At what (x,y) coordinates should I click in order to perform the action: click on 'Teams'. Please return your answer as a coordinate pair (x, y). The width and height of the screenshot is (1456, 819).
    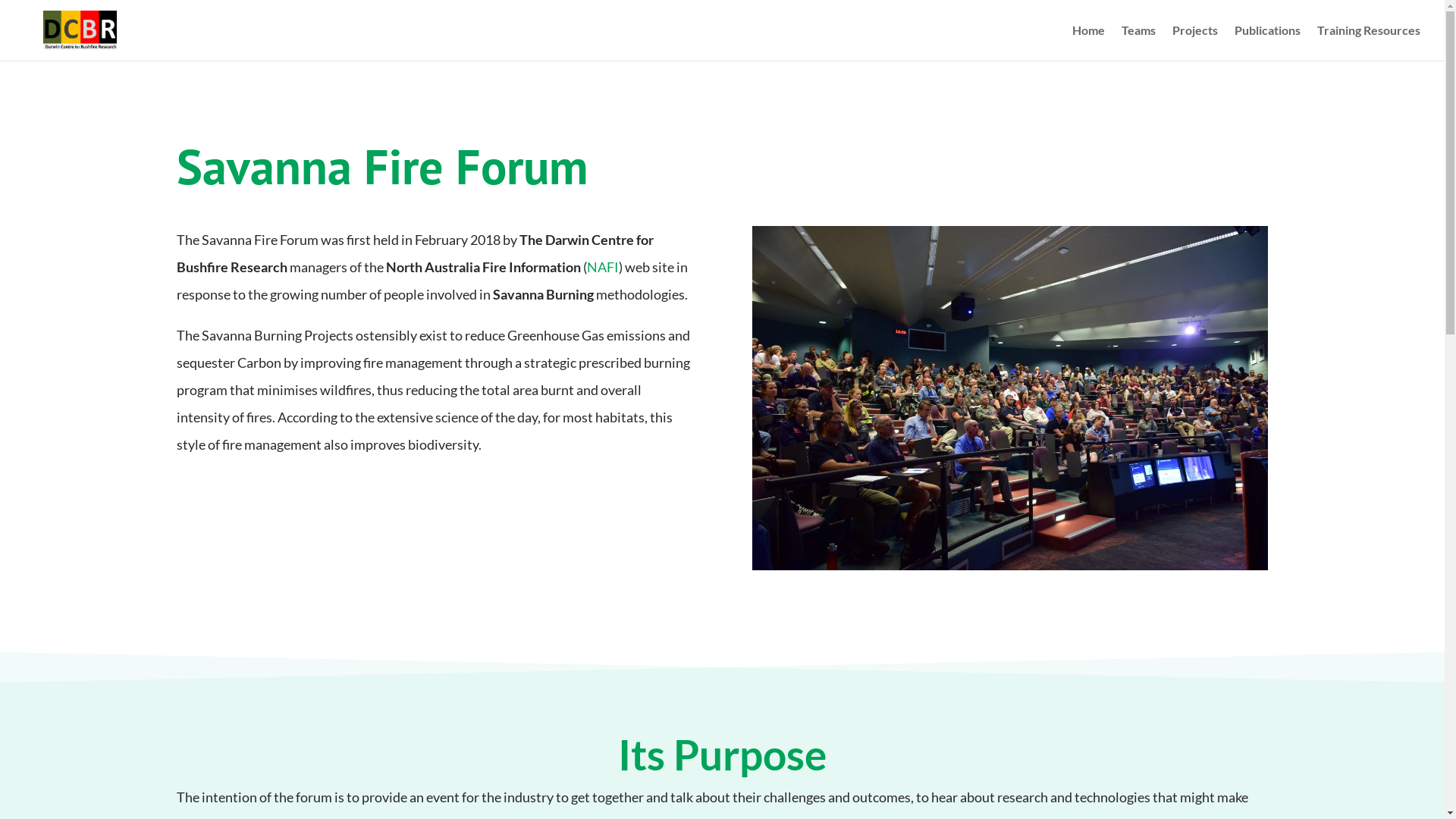
    Looking at the image, I should click on (1138, 42).